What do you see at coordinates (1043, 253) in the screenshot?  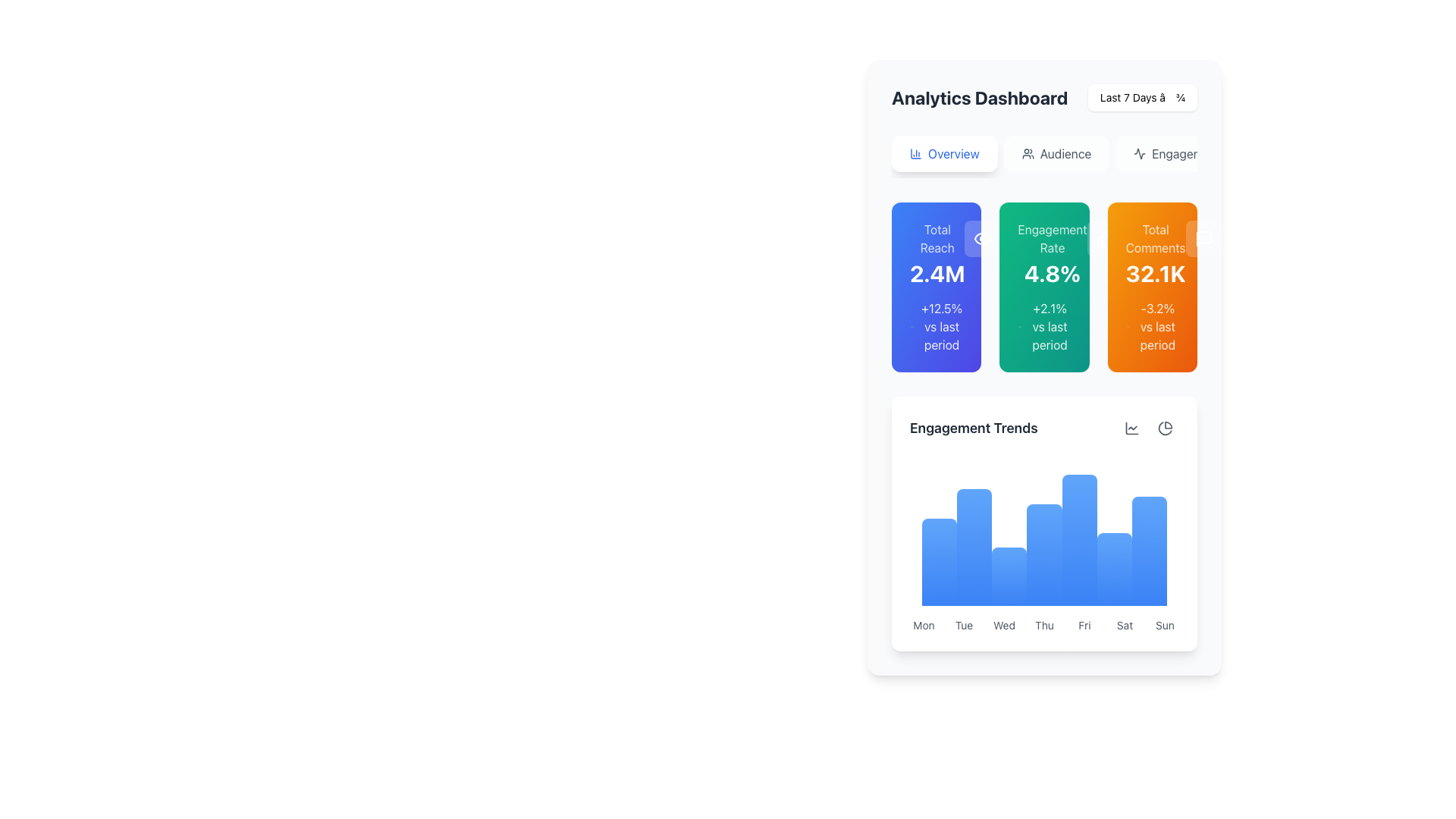 I see `the text display component showing the engagement rate percentage in the center of the middle green card of the dashboard's analytics summary` at bounding box center [1043, 253].